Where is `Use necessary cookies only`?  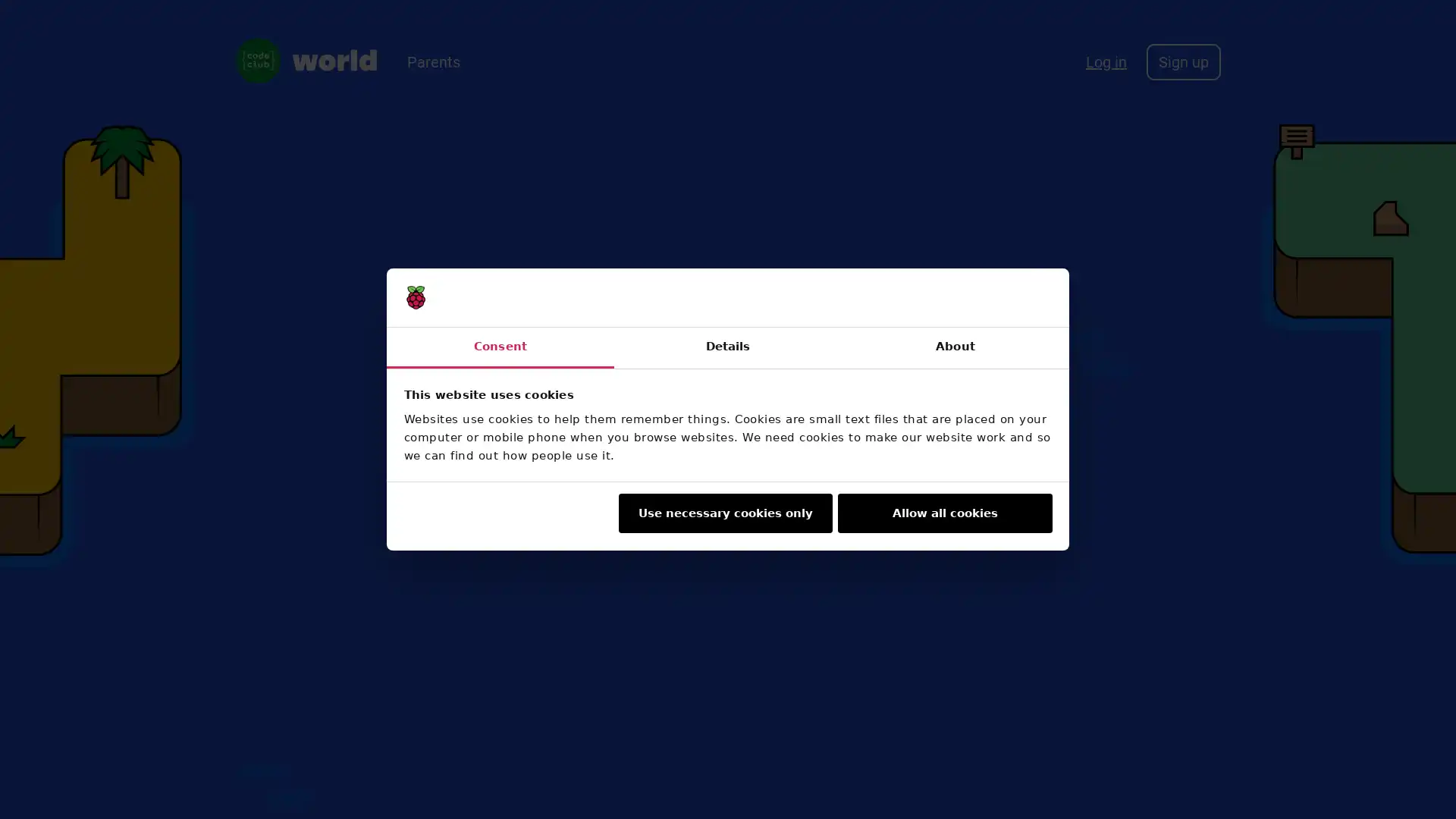 Use necessary cookies only is located at coordinates (723, 513).